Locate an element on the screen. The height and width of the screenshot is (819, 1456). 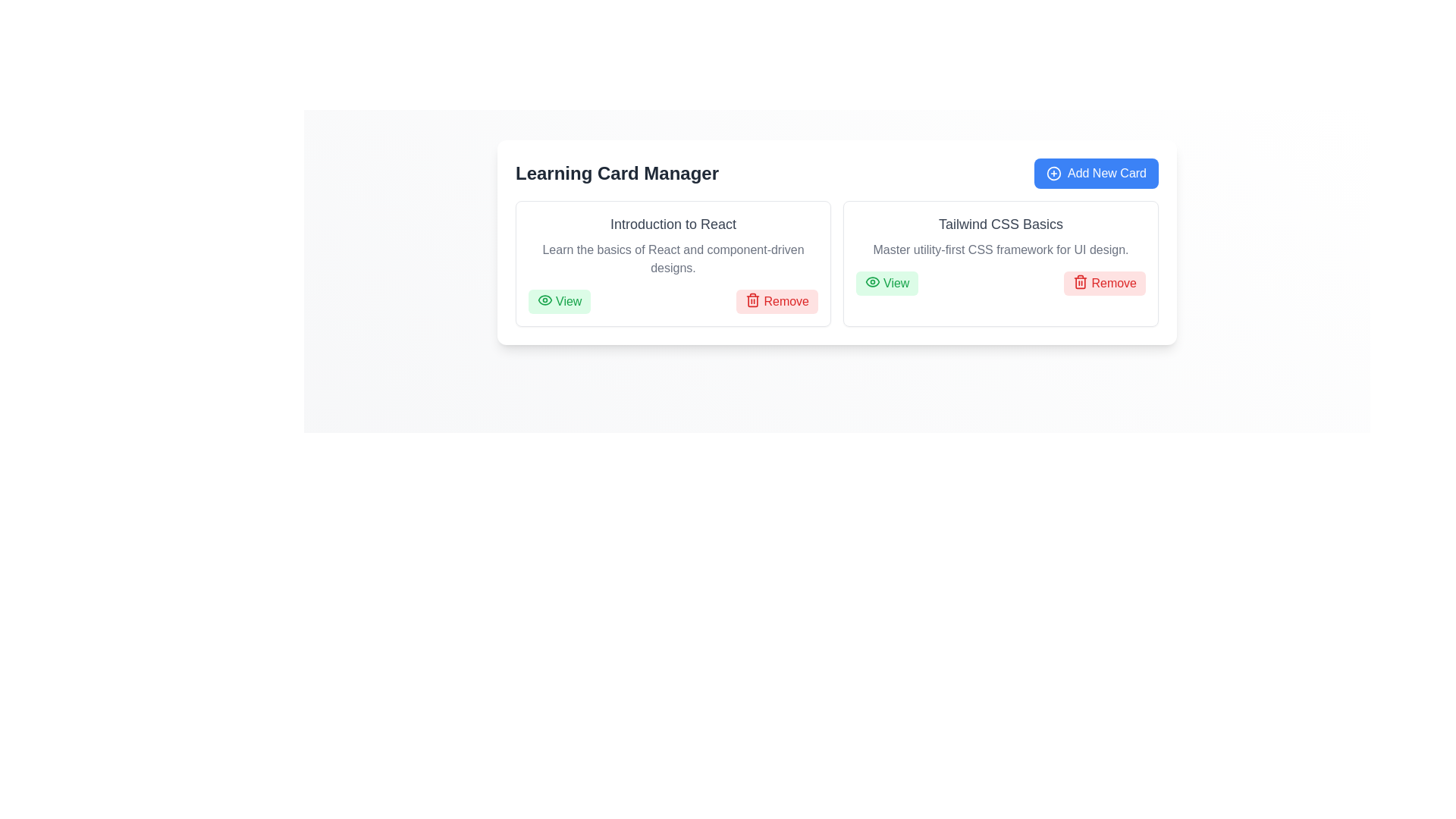
text element displaying 'Tailwind CSS Basics', which is prominently featured in bold and large font within the upper section of the right-side card under the title 'Learning Card Manager' is located at coordinates (1001, 224).